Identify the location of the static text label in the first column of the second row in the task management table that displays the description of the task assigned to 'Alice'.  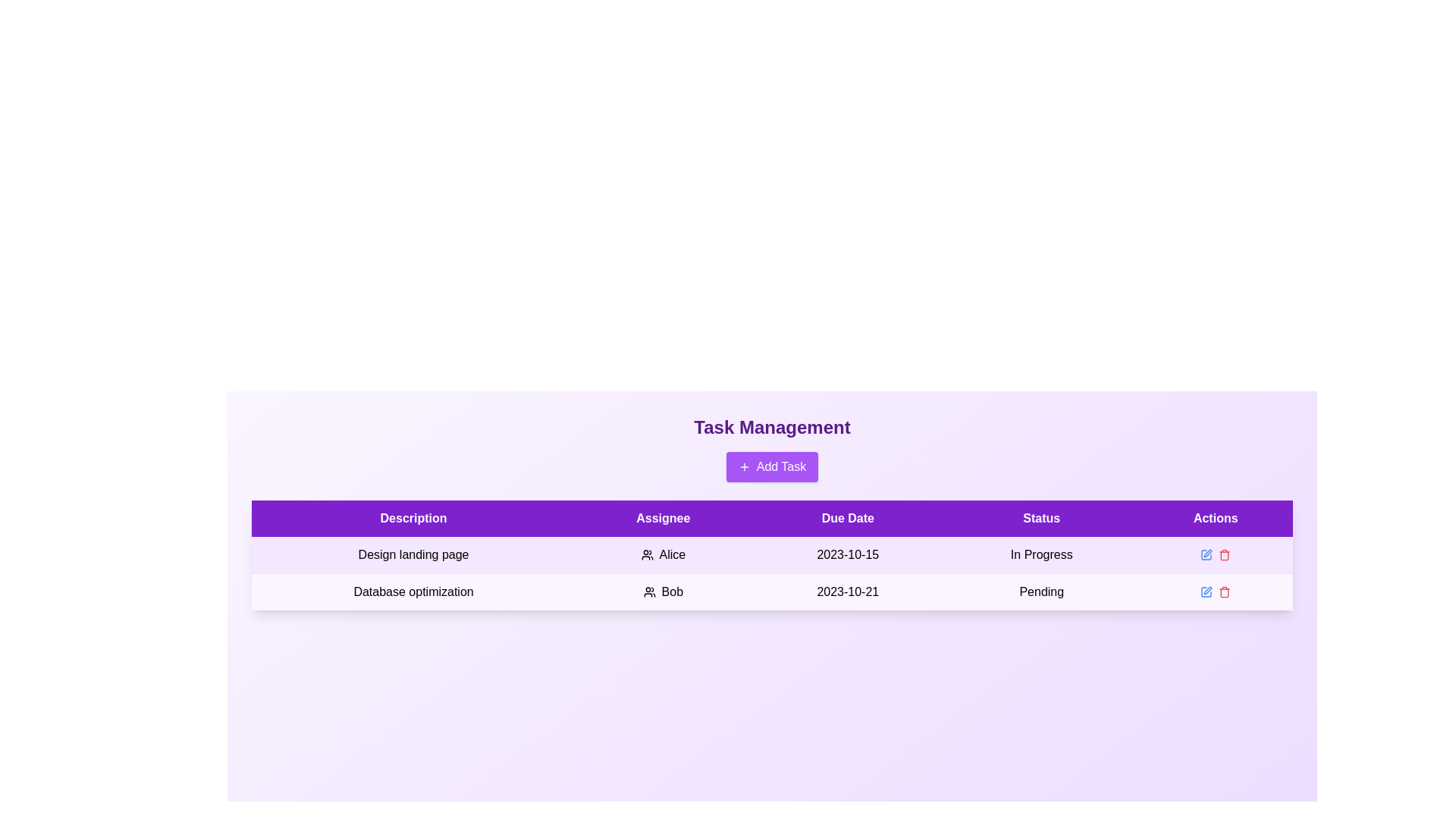
(413, 555).